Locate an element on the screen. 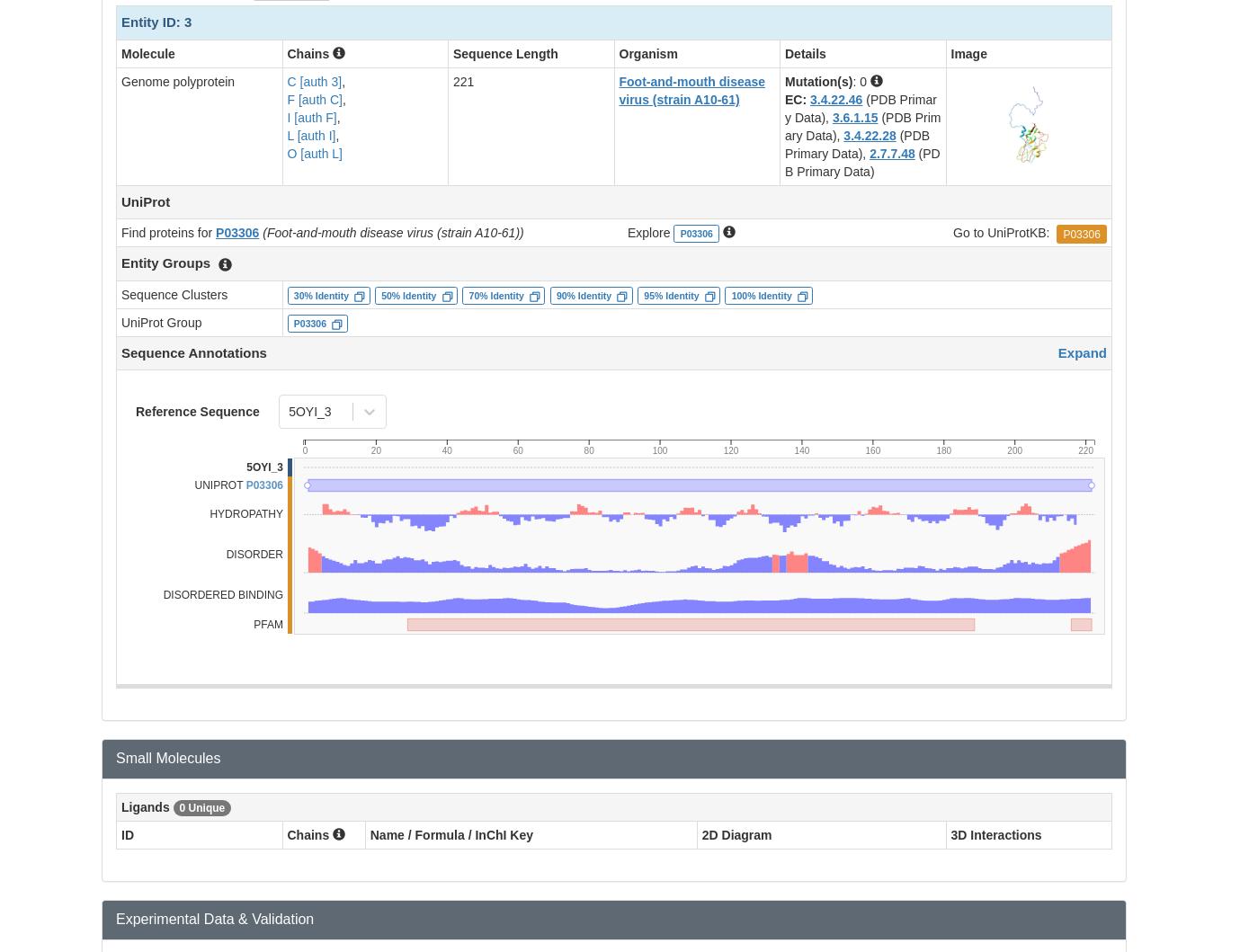 This screenshot has height=952, width=1240. 'UniProt Group' is located at coordinates (161, 321).